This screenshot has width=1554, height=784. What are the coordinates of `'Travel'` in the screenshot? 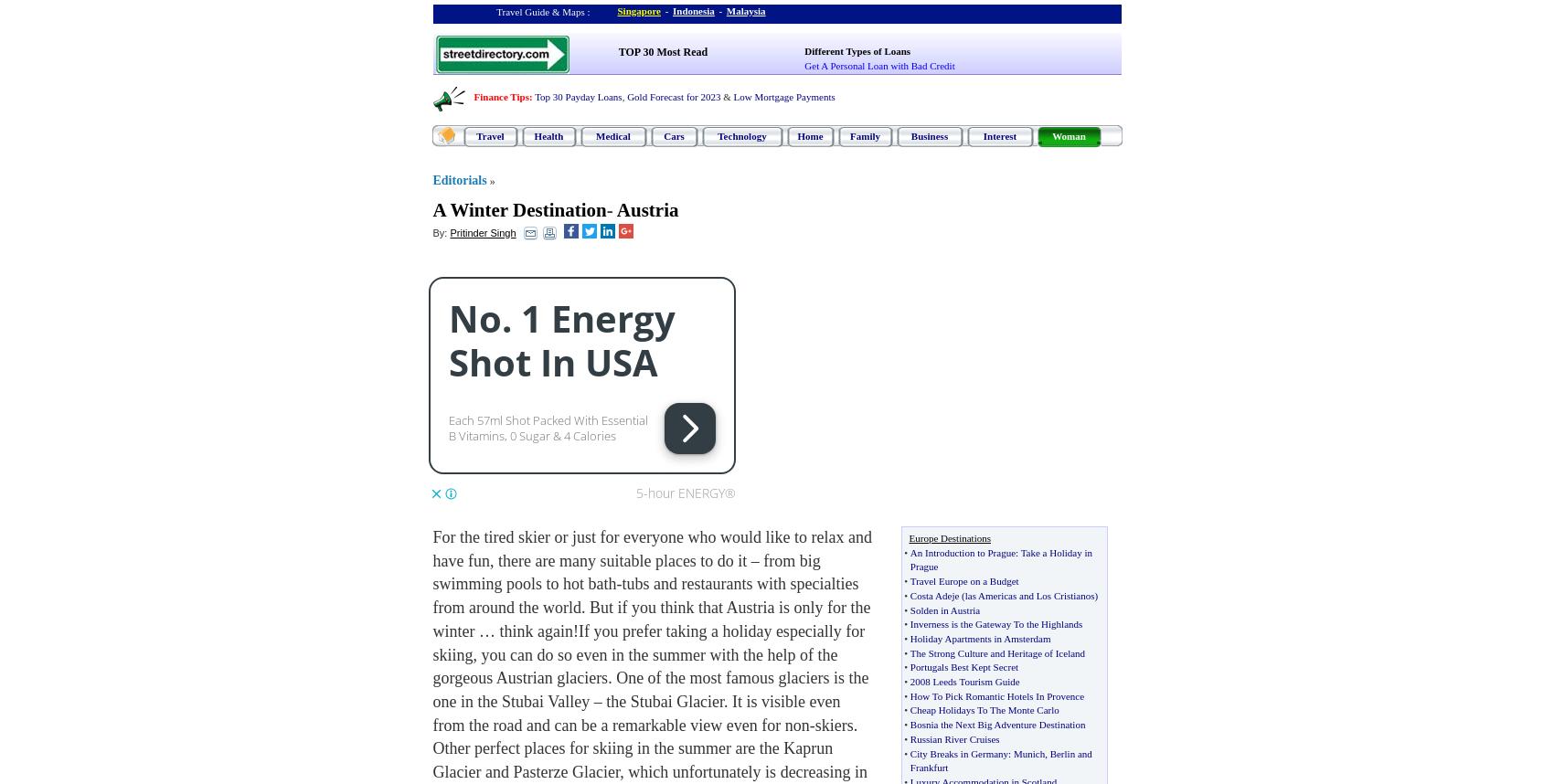 It's located at (489, 135).